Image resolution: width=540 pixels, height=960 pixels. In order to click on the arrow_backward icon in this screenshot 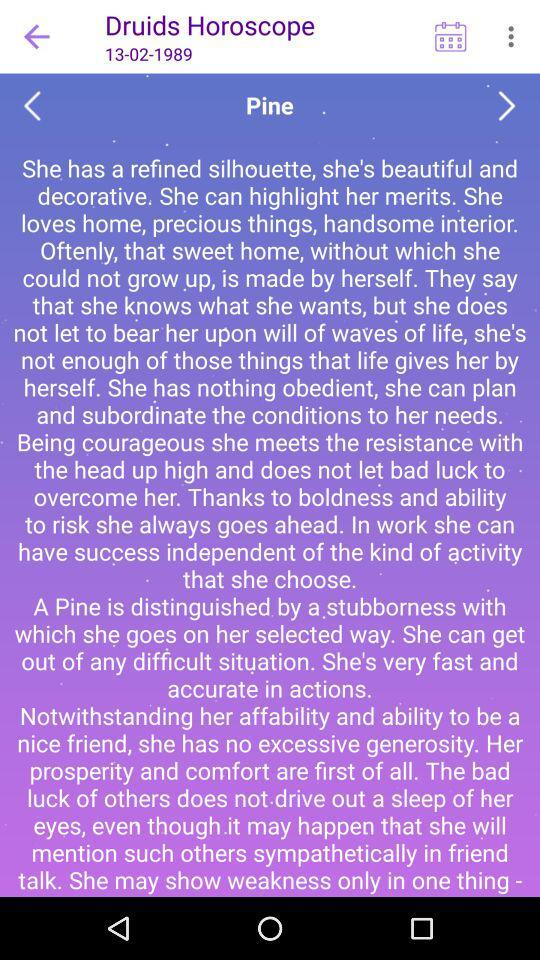, I will do `click(31, 106)`.